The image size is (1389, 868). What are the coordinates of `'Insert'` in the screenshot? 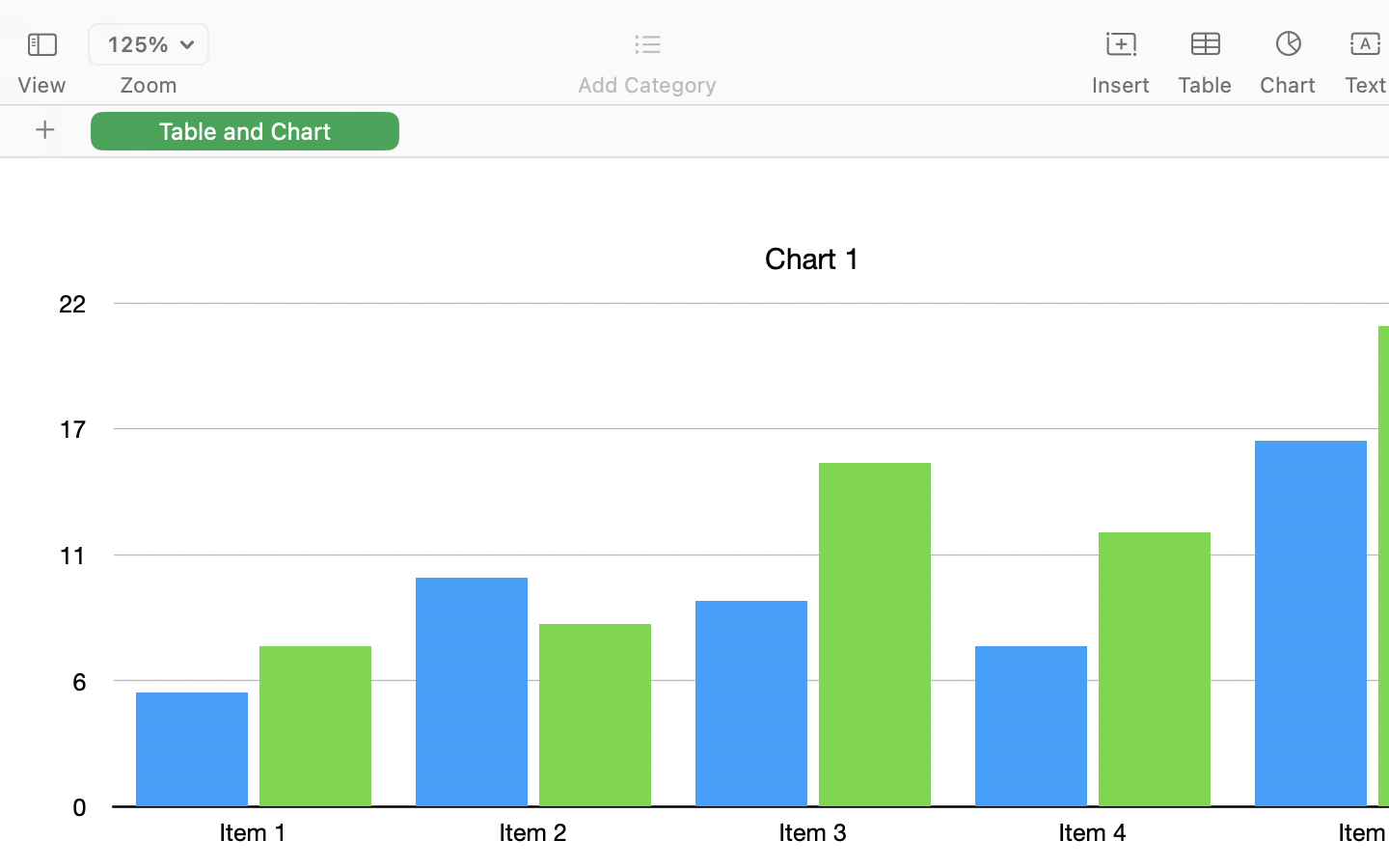 It's located at (1120, 84).